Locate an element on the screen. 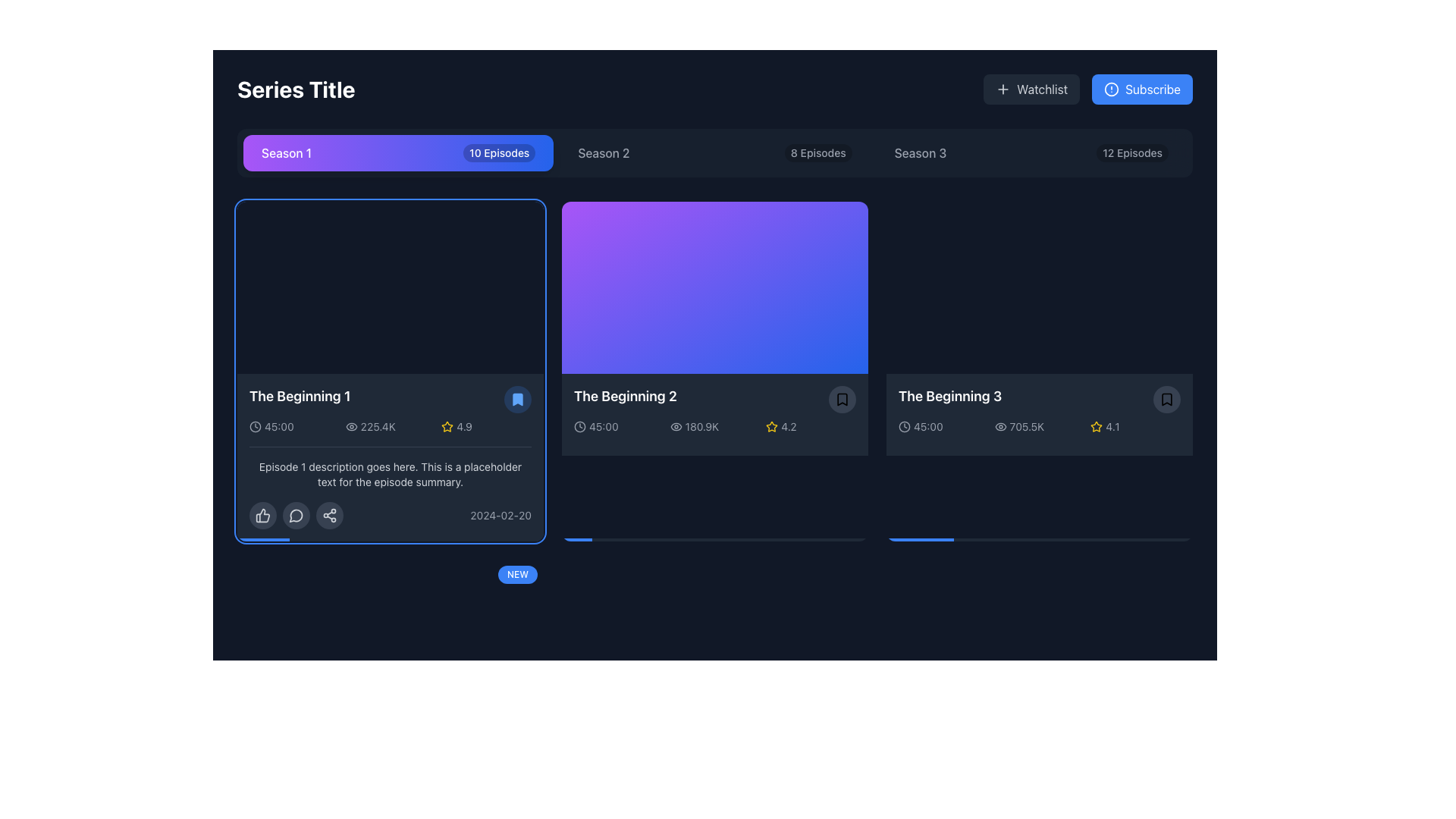 The height and width of the screenshot is (819, 1456). the star-shaped icon representing a rating feature located below the text 'The Beginning 1' within the first card in the user interface is located at coordinates (447, 785).